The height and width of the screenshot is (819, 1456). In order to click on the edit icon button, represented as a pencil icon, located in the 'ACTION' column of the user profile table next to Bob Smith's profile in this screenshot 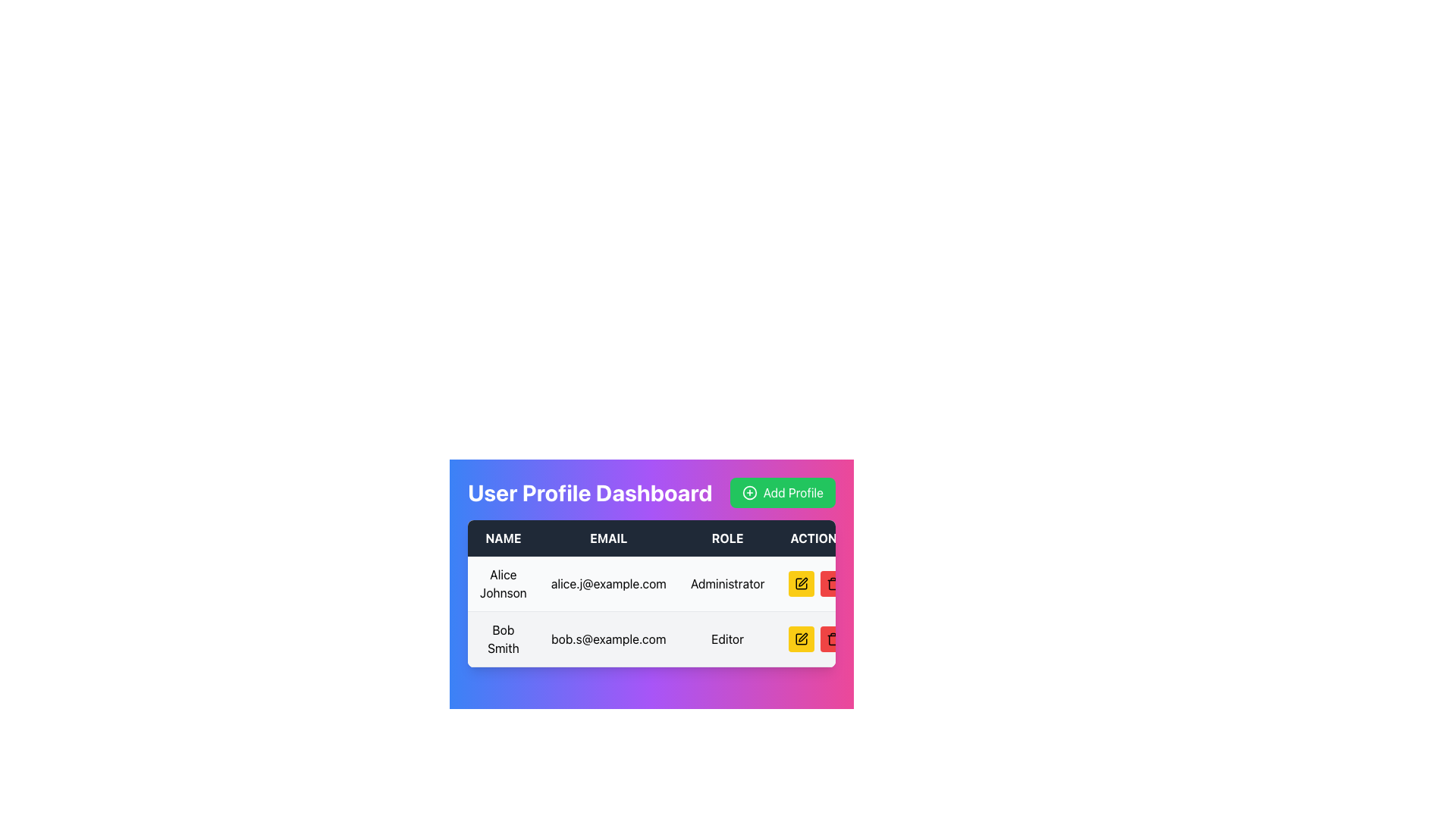, I will do `click(801, 639)`.